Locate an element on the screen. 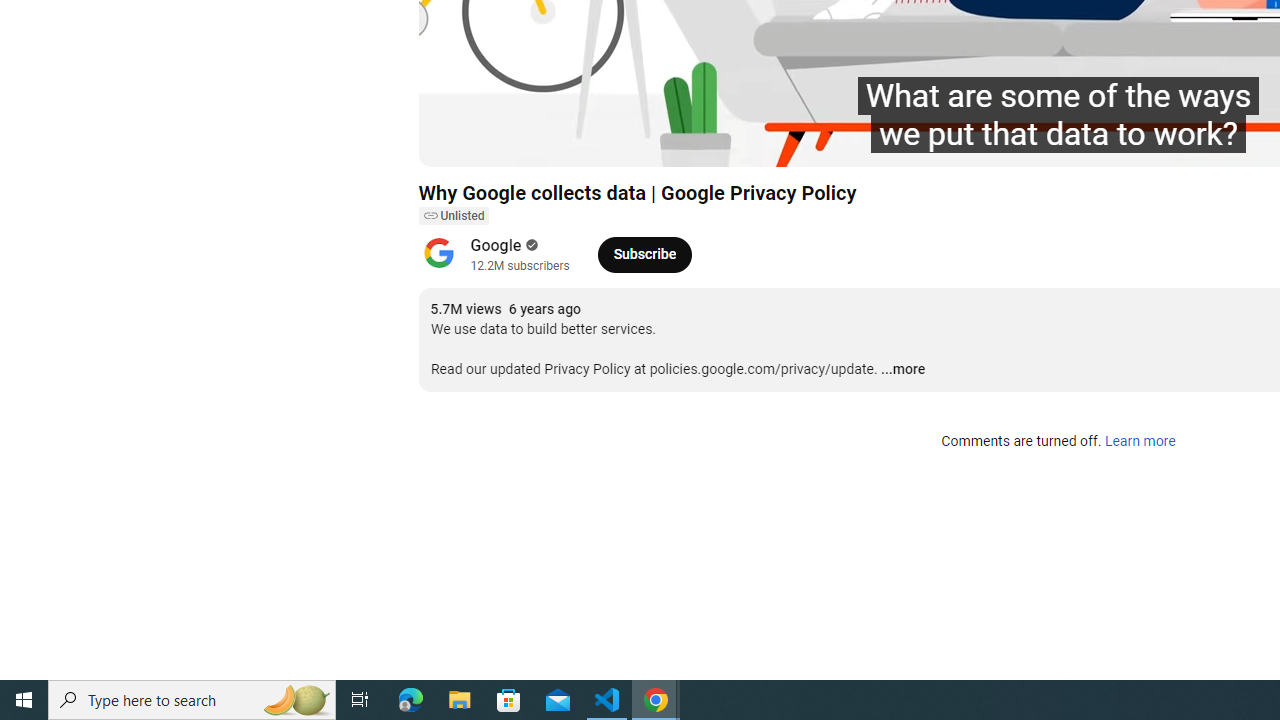 The height and width of the screenshot is (720, 1280). 'Mute (m)' is located at coordinates (548, 141).